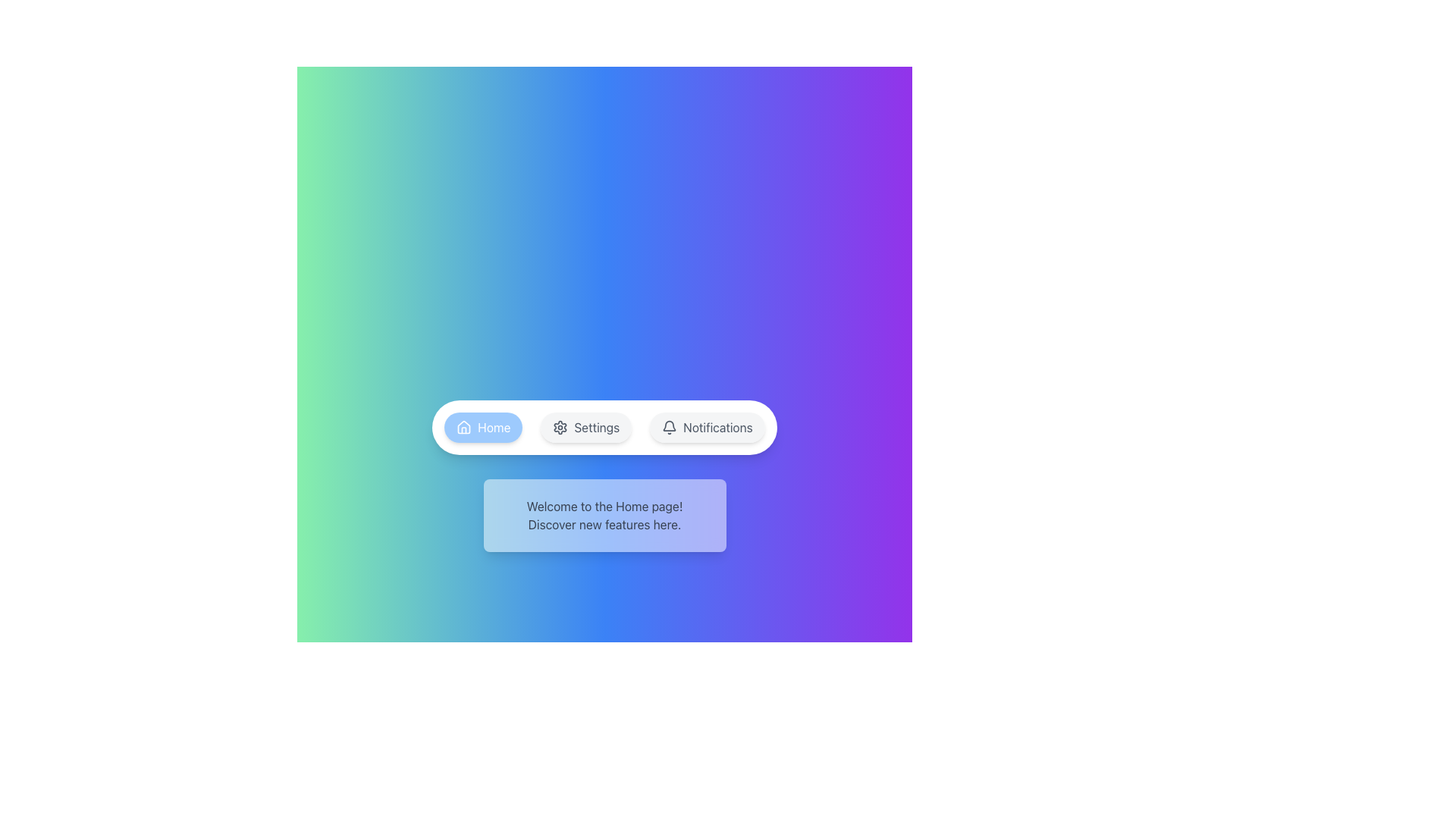 The width and height of the screenshot is (1456, 819). I want to click on the 'Settings' button located in the navigation bar, so click(585, 427).